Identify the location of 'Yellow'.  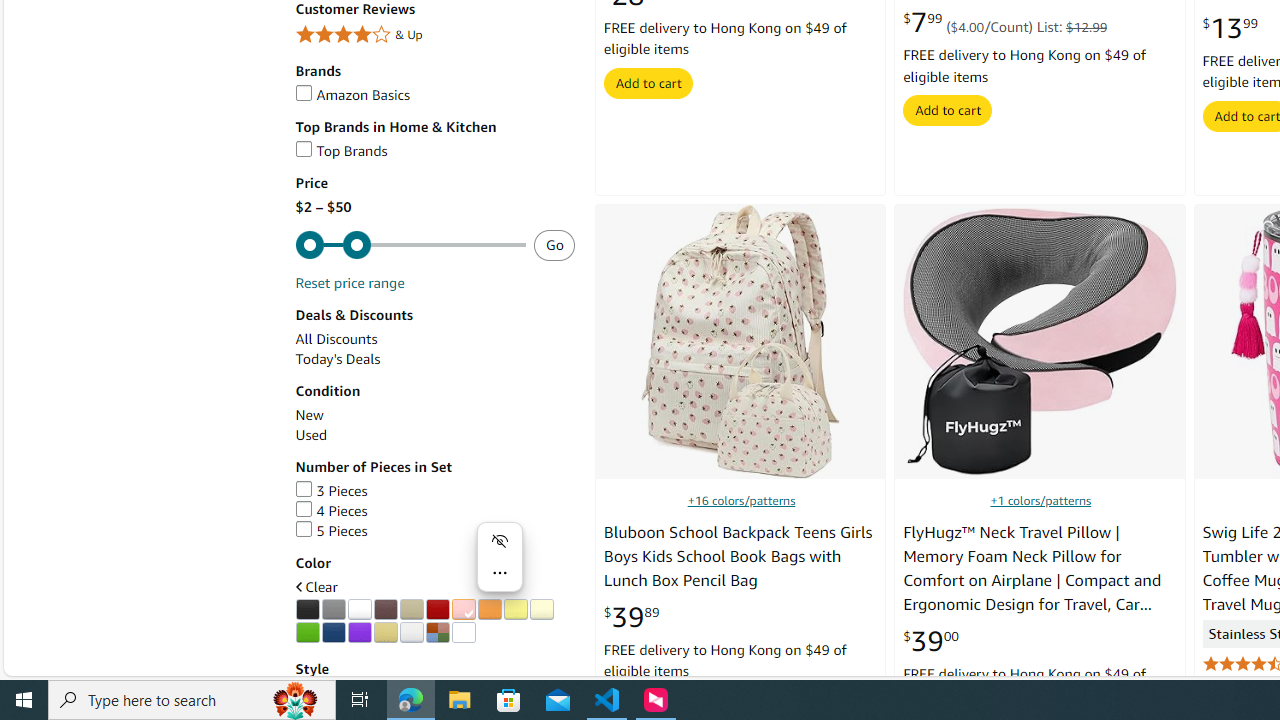
(515, 608).